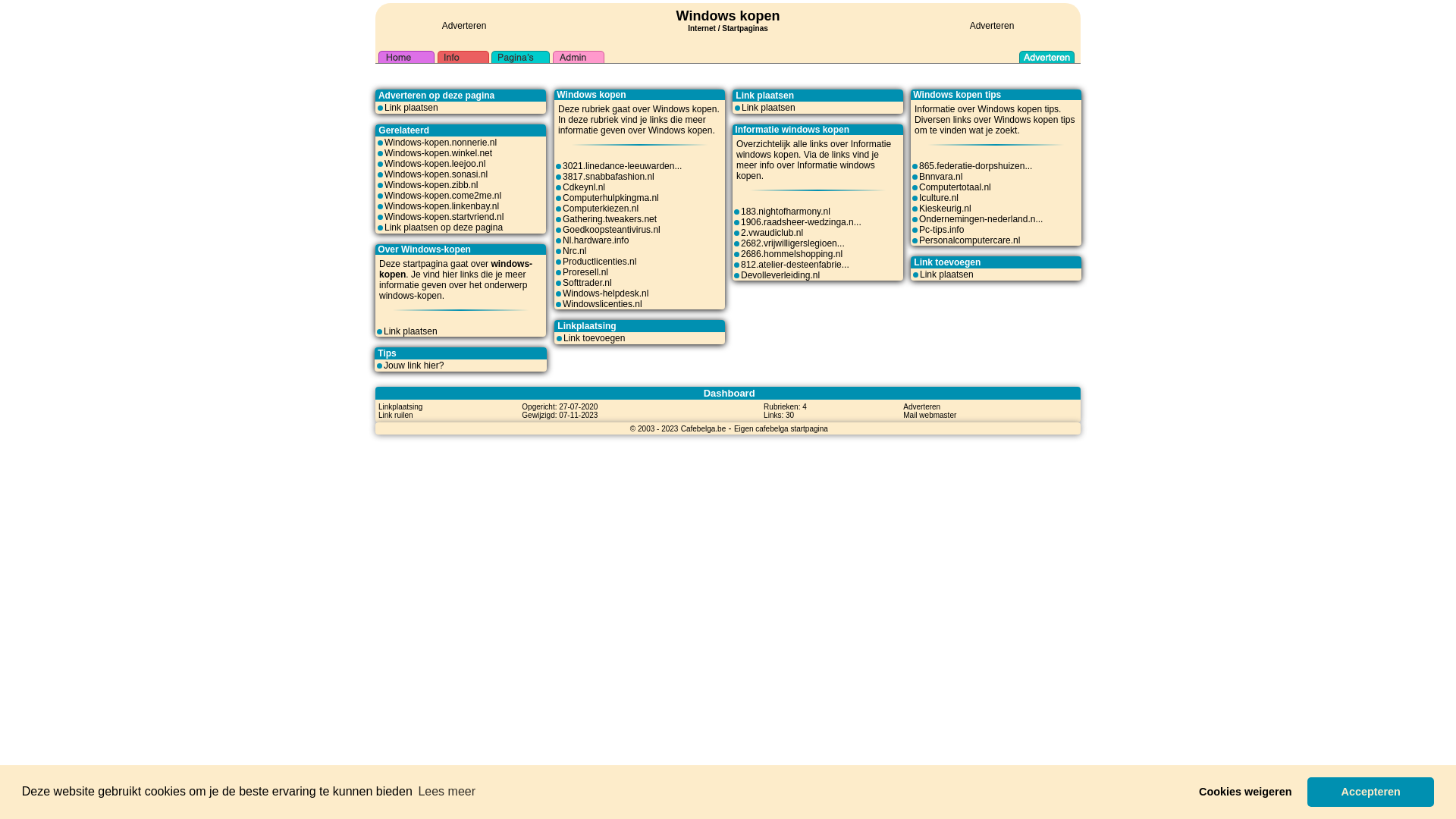 This screenshot has width=1456, height=819. Describe the element at coordinates (800, 222) in the screenshot. I see `'1906.raadsheer-wedzinga.n...'` at that location.